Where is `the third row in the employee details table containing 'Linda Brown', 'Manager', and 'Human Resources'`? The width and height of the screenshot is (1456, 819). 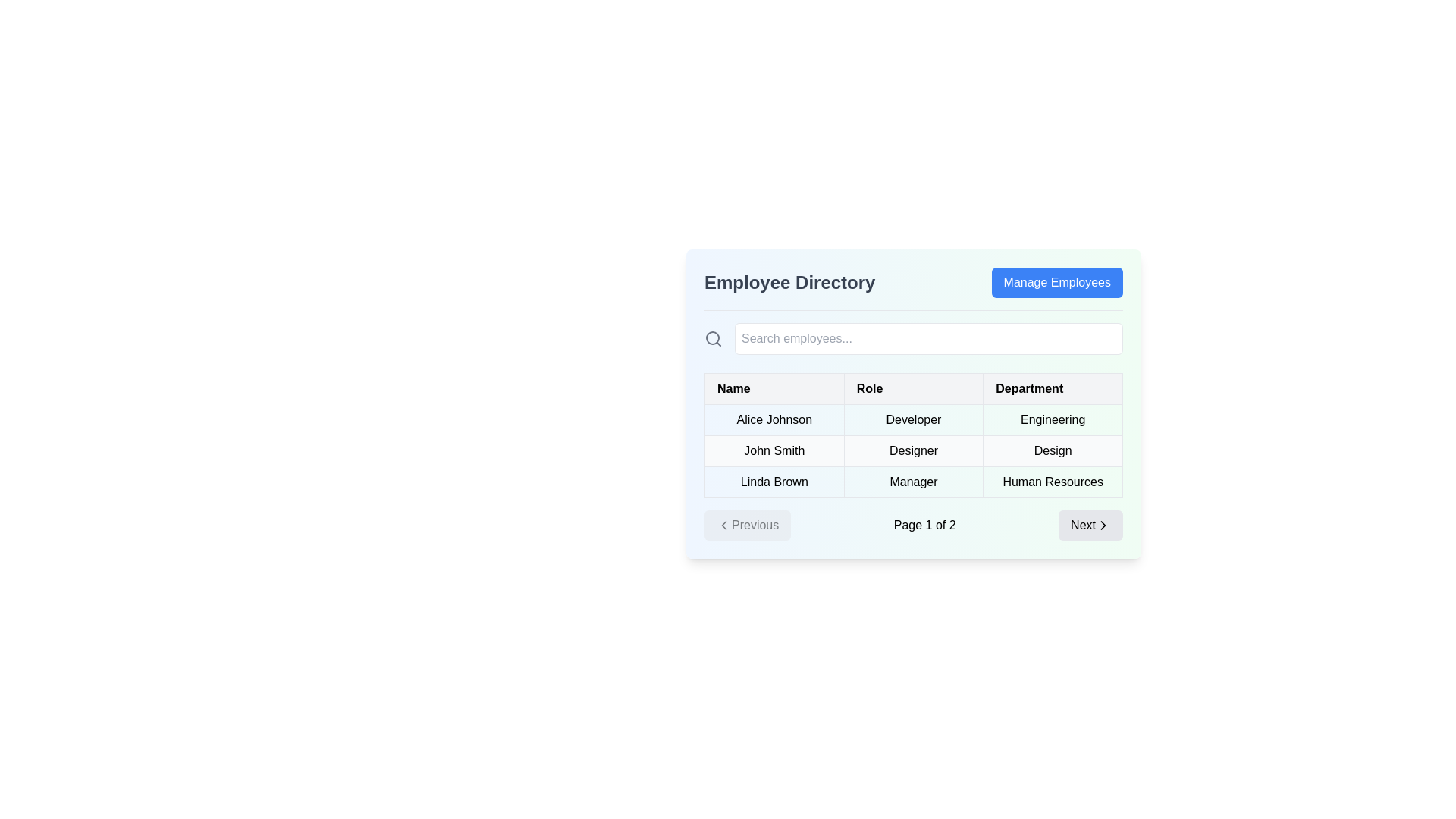 the third row in the employee details table containing 'Linda Brown', 'Manager', and 'Human Resources' is located at coordinates (912, 482).